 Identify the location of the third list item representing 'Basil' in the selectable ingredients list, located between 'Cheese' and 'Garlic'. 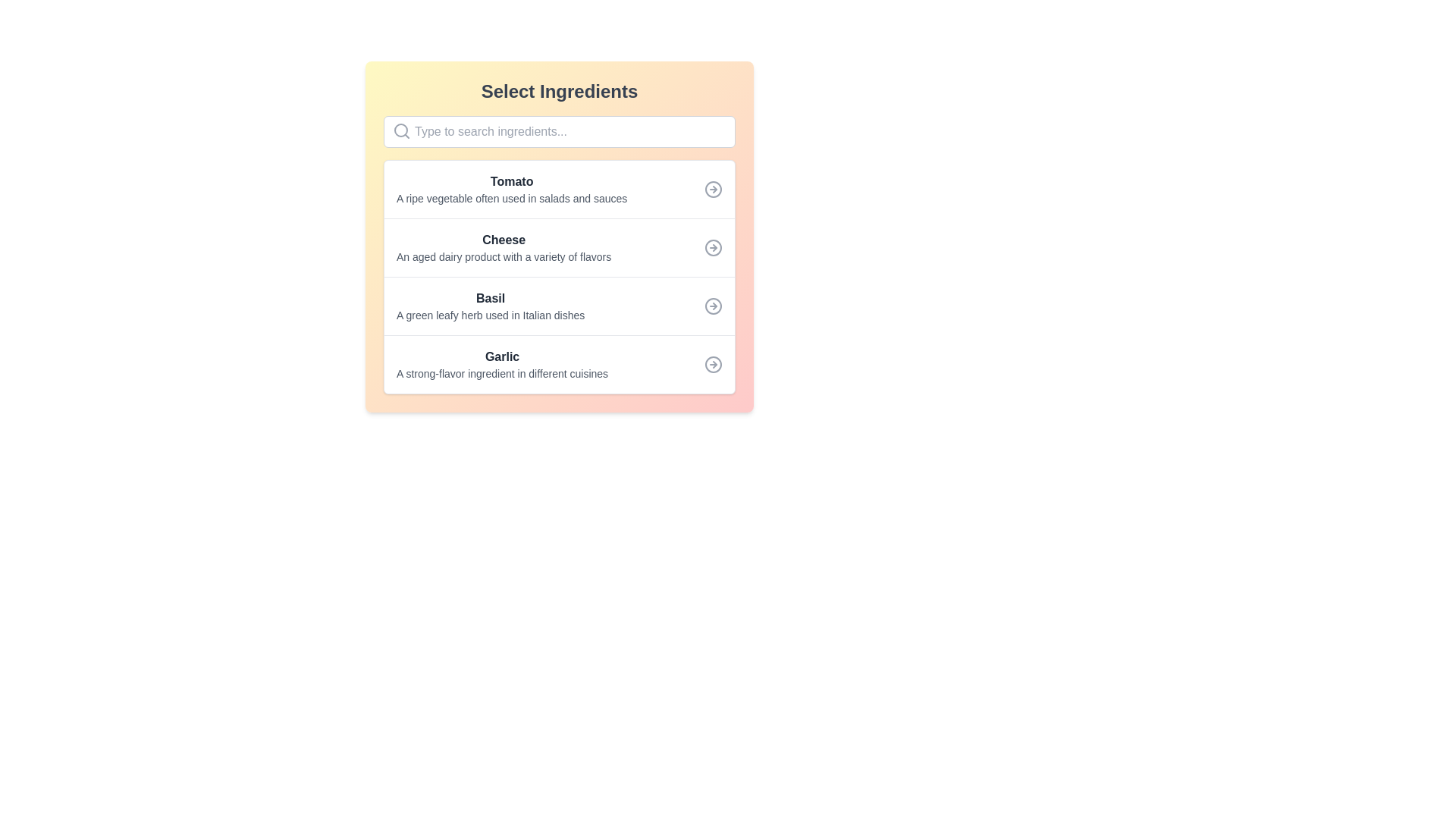
(559, 305).